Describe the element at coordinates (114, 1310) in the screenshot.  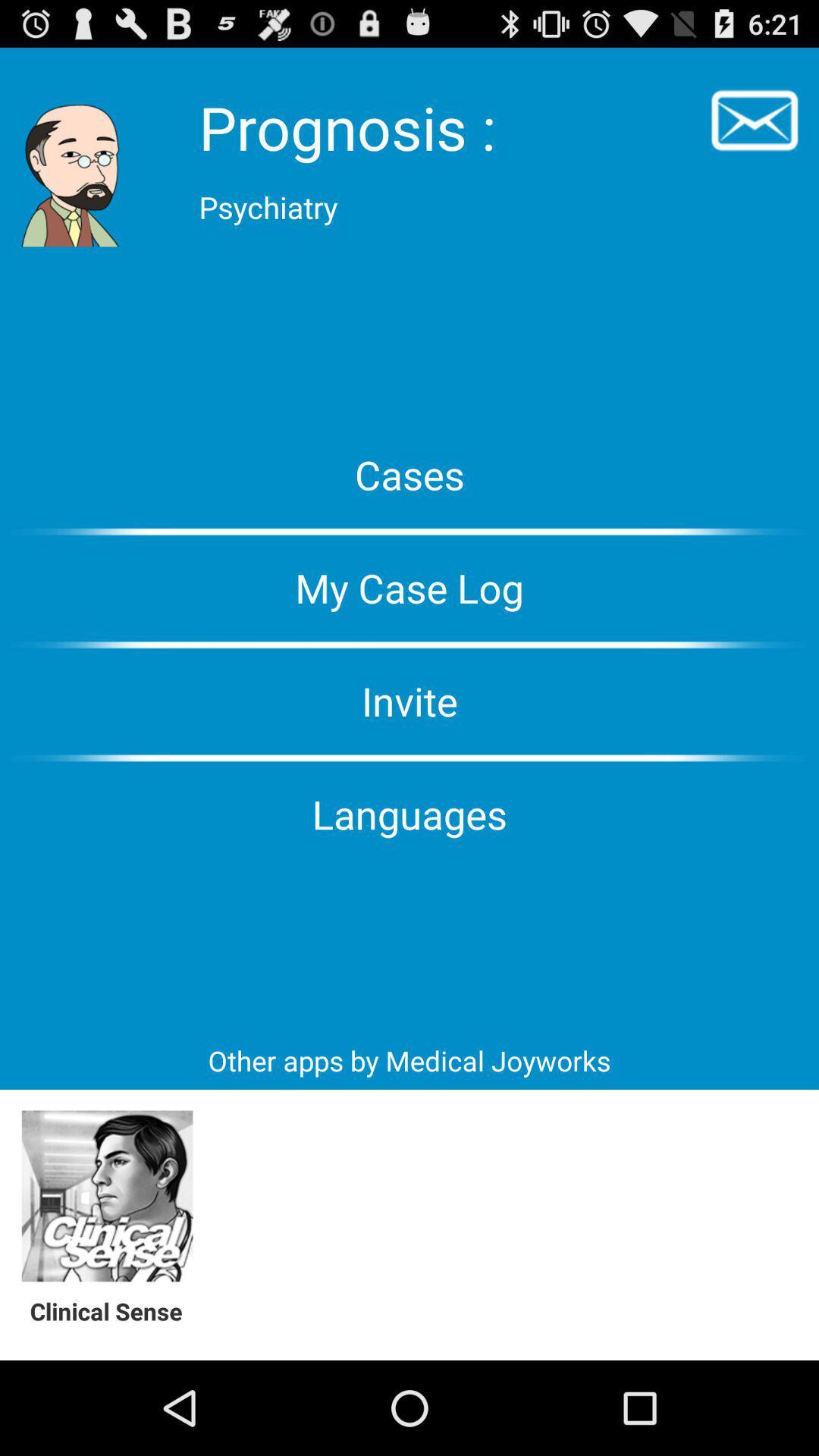
I see `the clinical sense item` at that location.